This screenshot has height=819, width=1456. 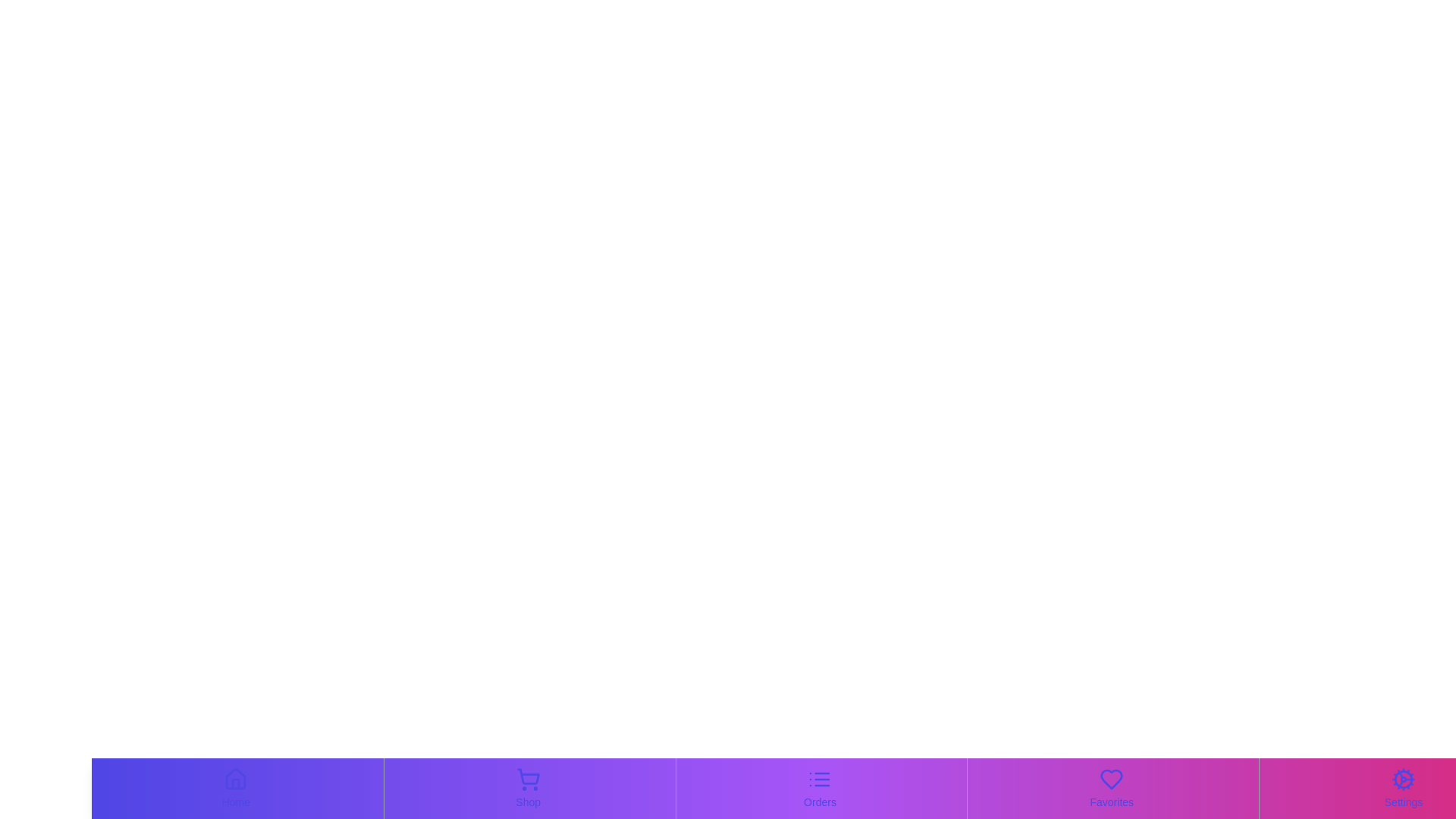 What do you see at coordinates (528, 788) in the screenshot?
I see `the Shop tab by clicking on its corresponding button` at bounding box center [528, 788].